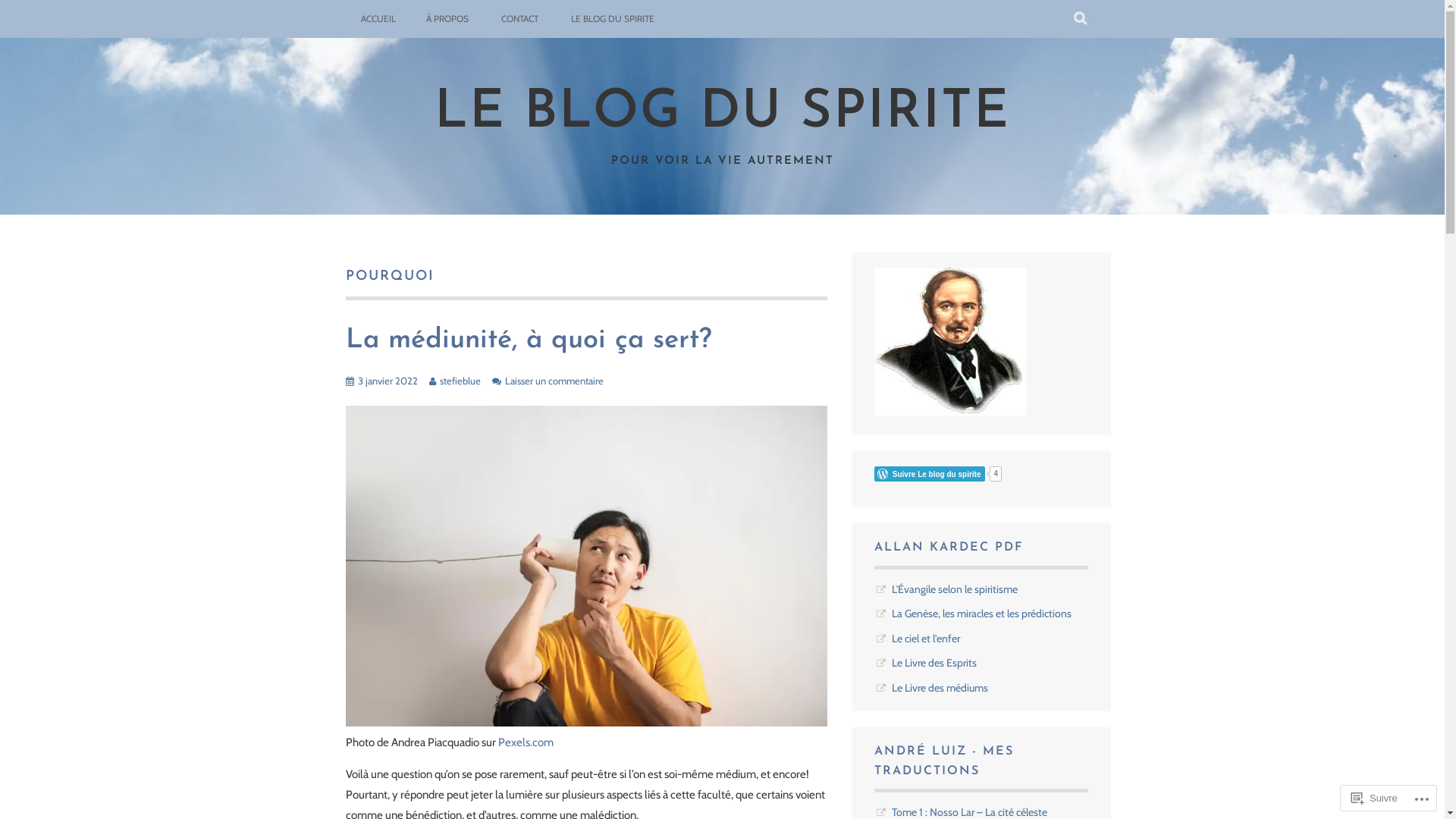 The width and height of the screenshot is (1456, 819). What do you see at coordinates (553, 379) in the screenshot?
I see `'Laisser un commentaire'` at bounding box center [553, 379].